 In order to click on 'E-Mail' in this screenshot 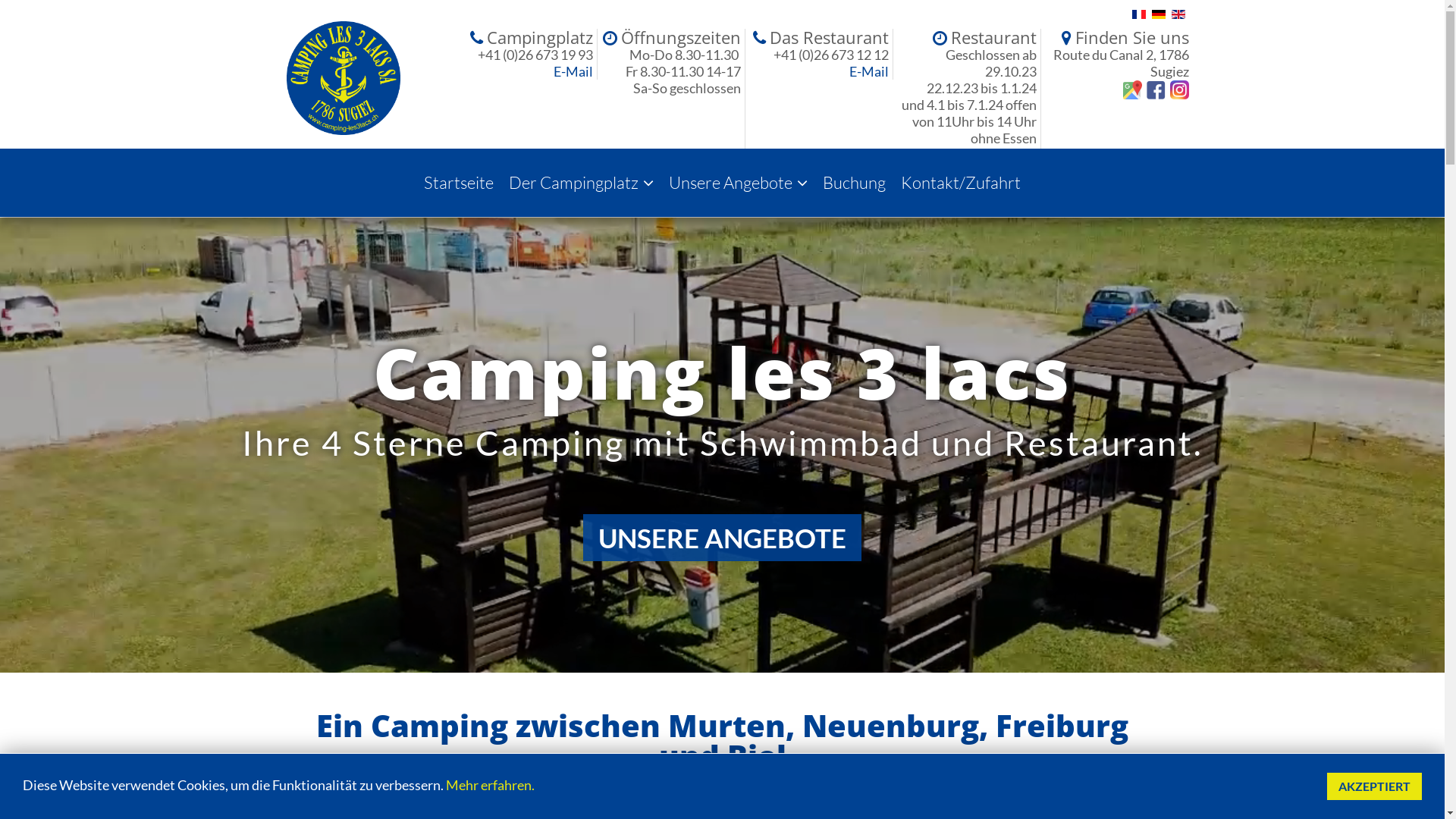, I will do `click(552, 71)`.